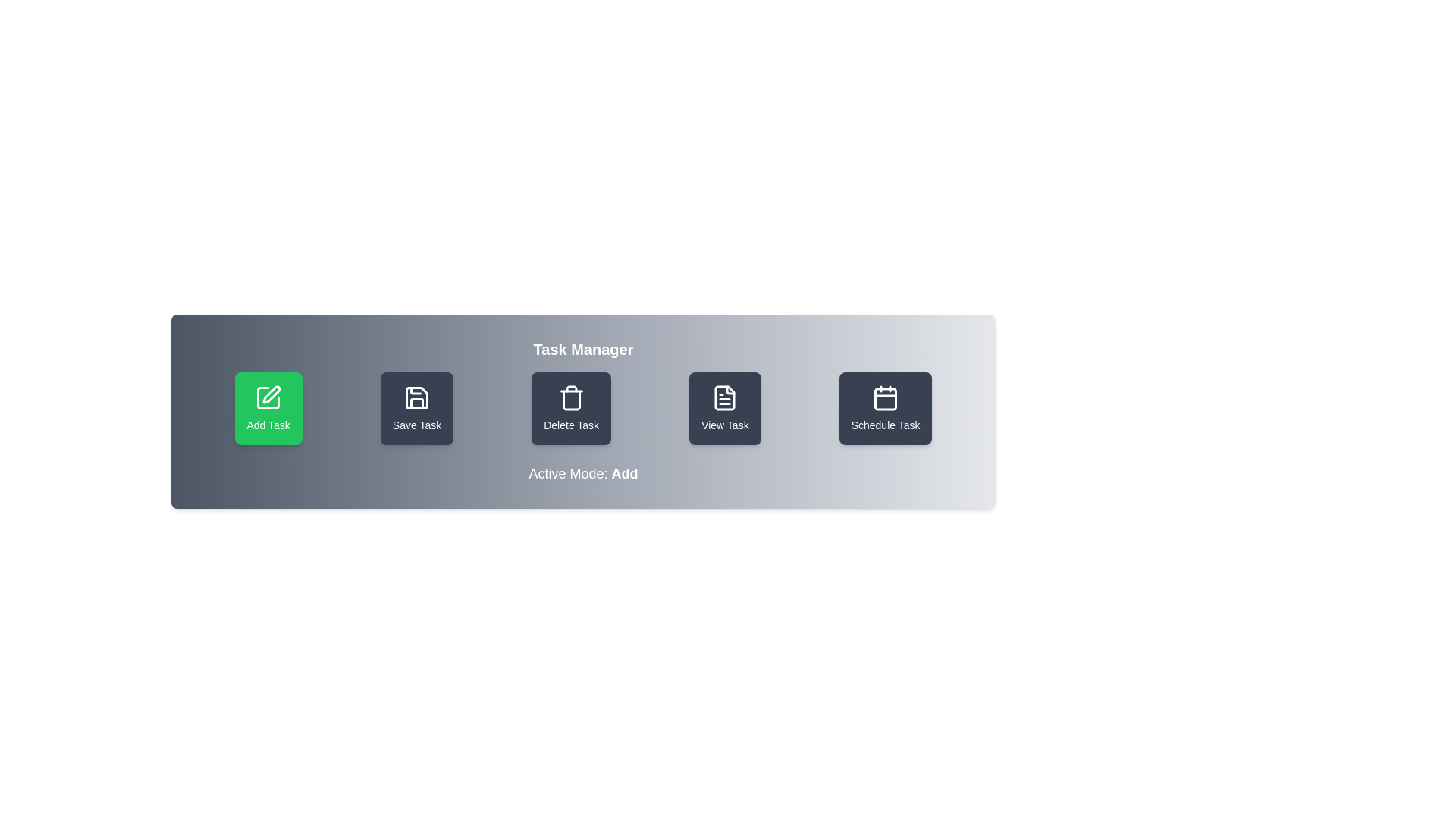  Describe the element at coordinates (268, 408) in the screenshot. I see `the button labeled 'Add Task' to observe its hover effect` at that location.